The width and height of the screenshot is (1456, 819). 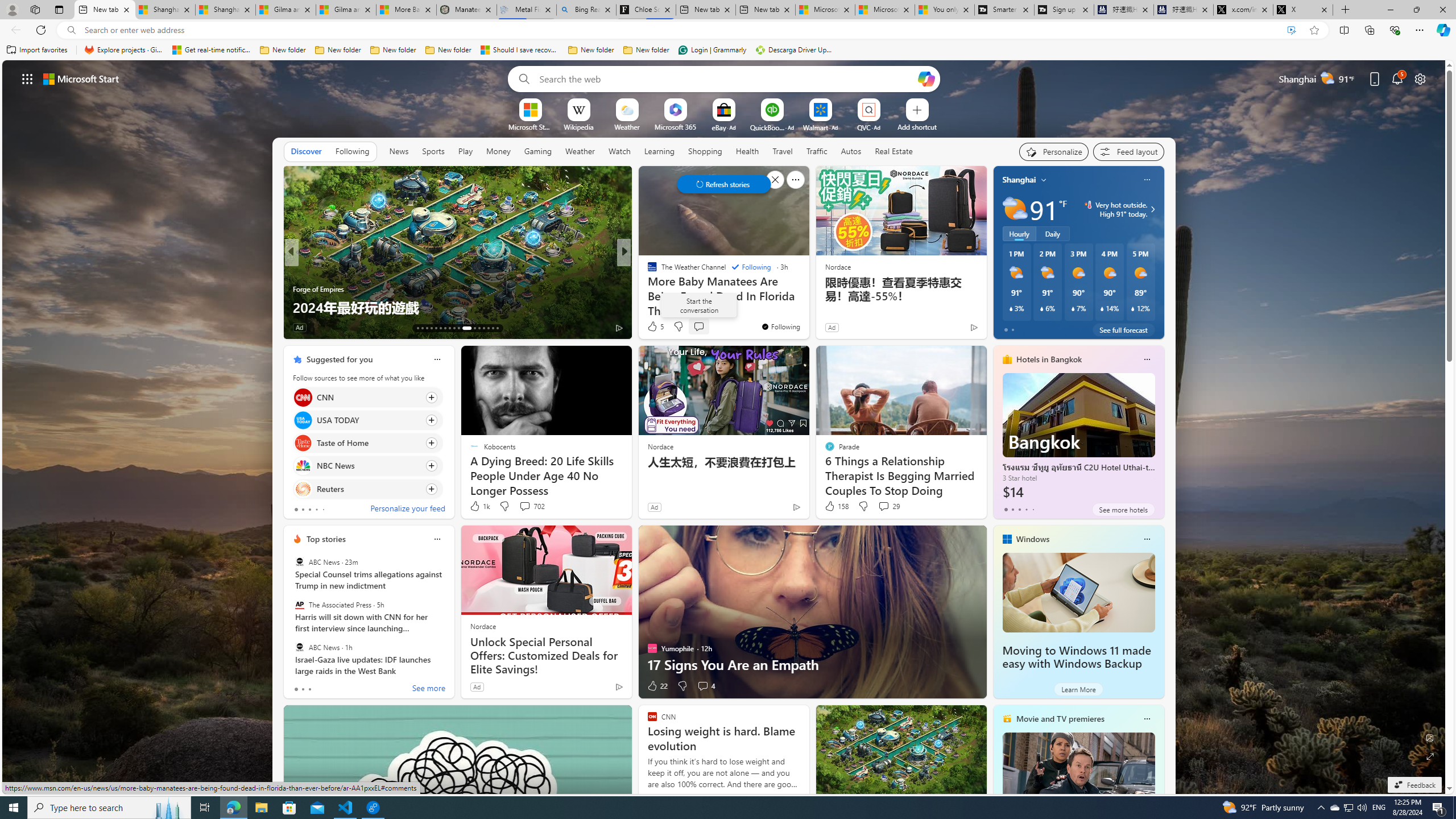 I want to click on 'Click to follow source USA TODAY', so click(x=367, y=420).